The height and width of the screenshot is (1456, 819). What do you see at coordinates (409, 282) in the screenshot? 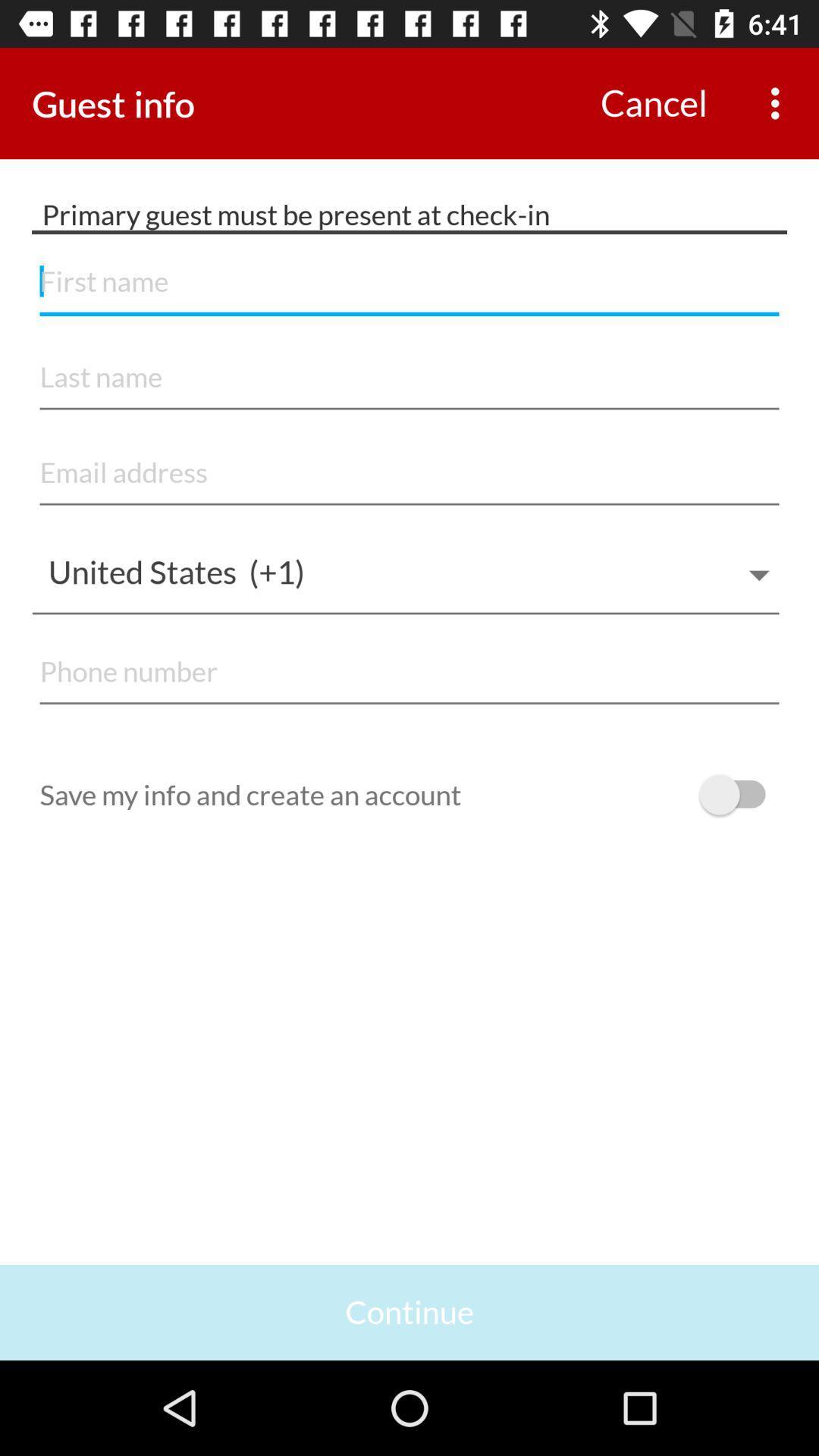
I see `name` at bounding box center [409, 282].